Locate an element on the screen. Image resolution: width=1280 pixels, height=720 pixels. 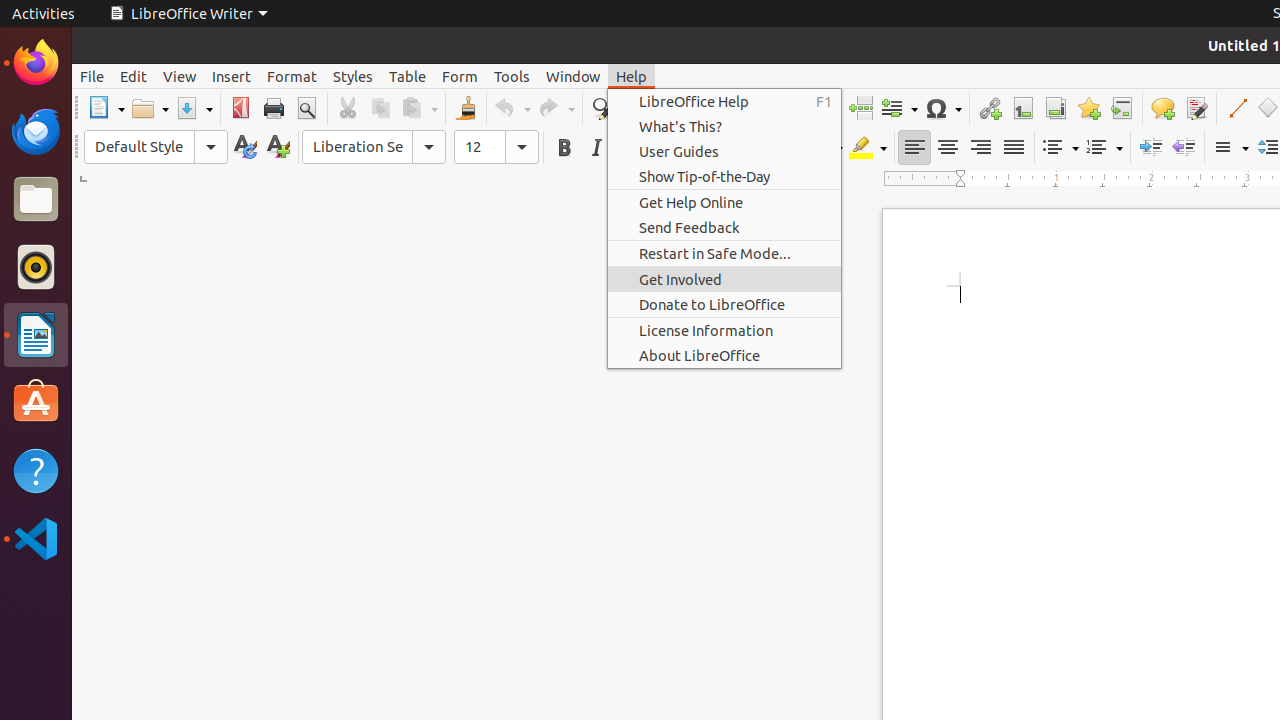
'Show Tip-of-the-Day' is located at coordinates (723, 175).